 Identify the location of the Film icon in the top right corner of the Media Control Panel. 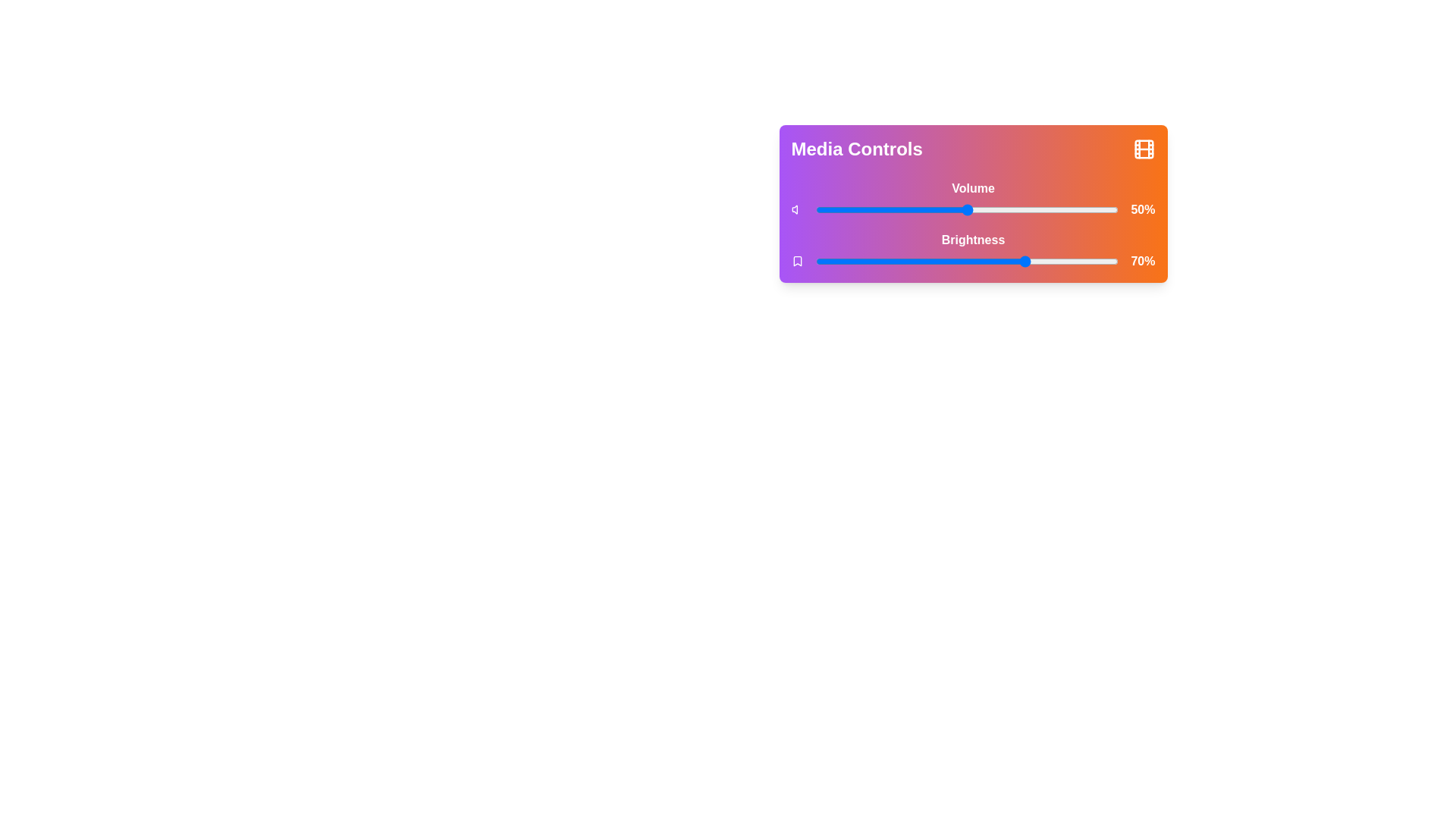
(1144, 149).